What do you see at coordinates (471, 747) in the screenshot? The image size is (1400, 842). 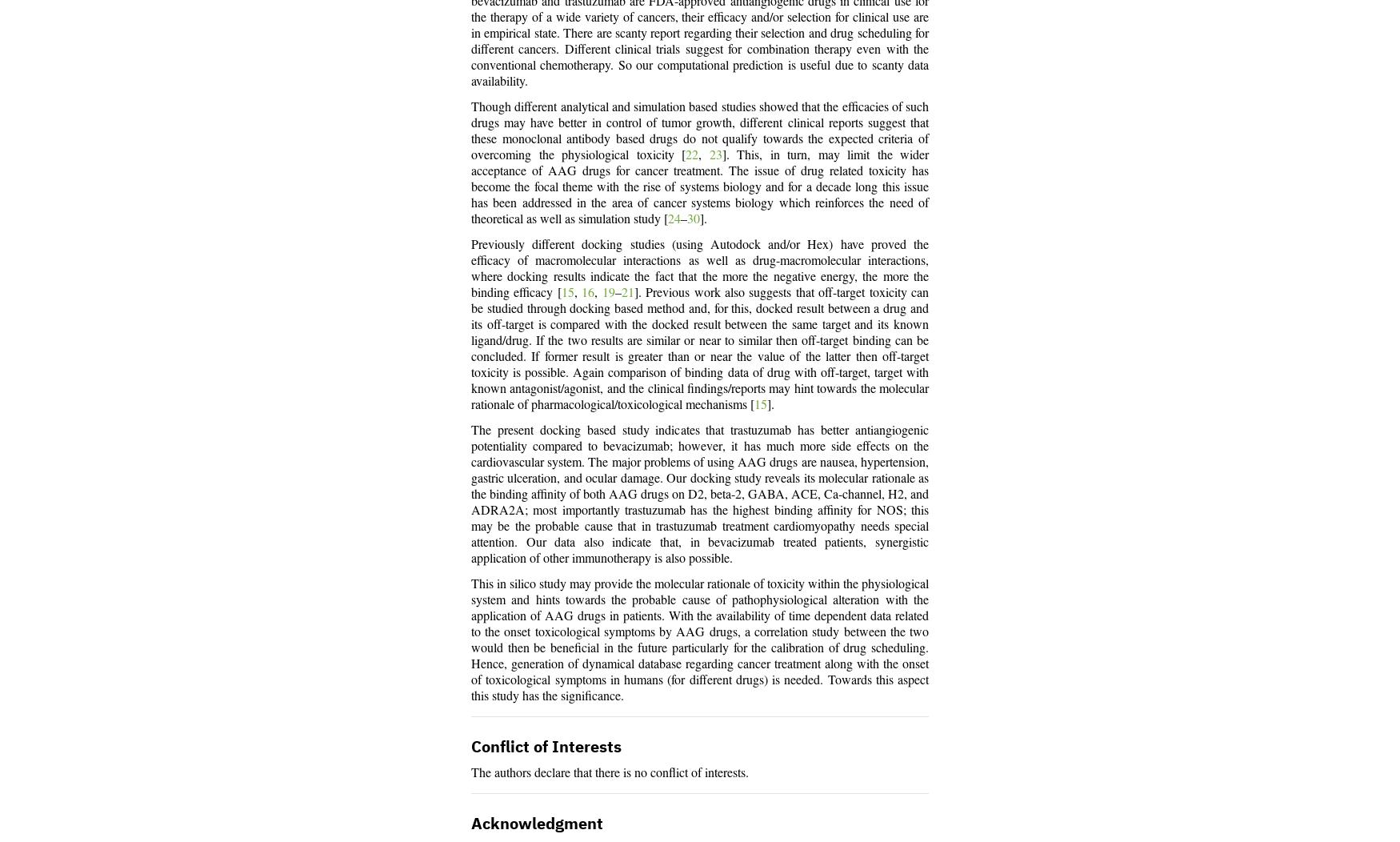 I see `'Conflict of Interests'` at bounding box center [471, 747].